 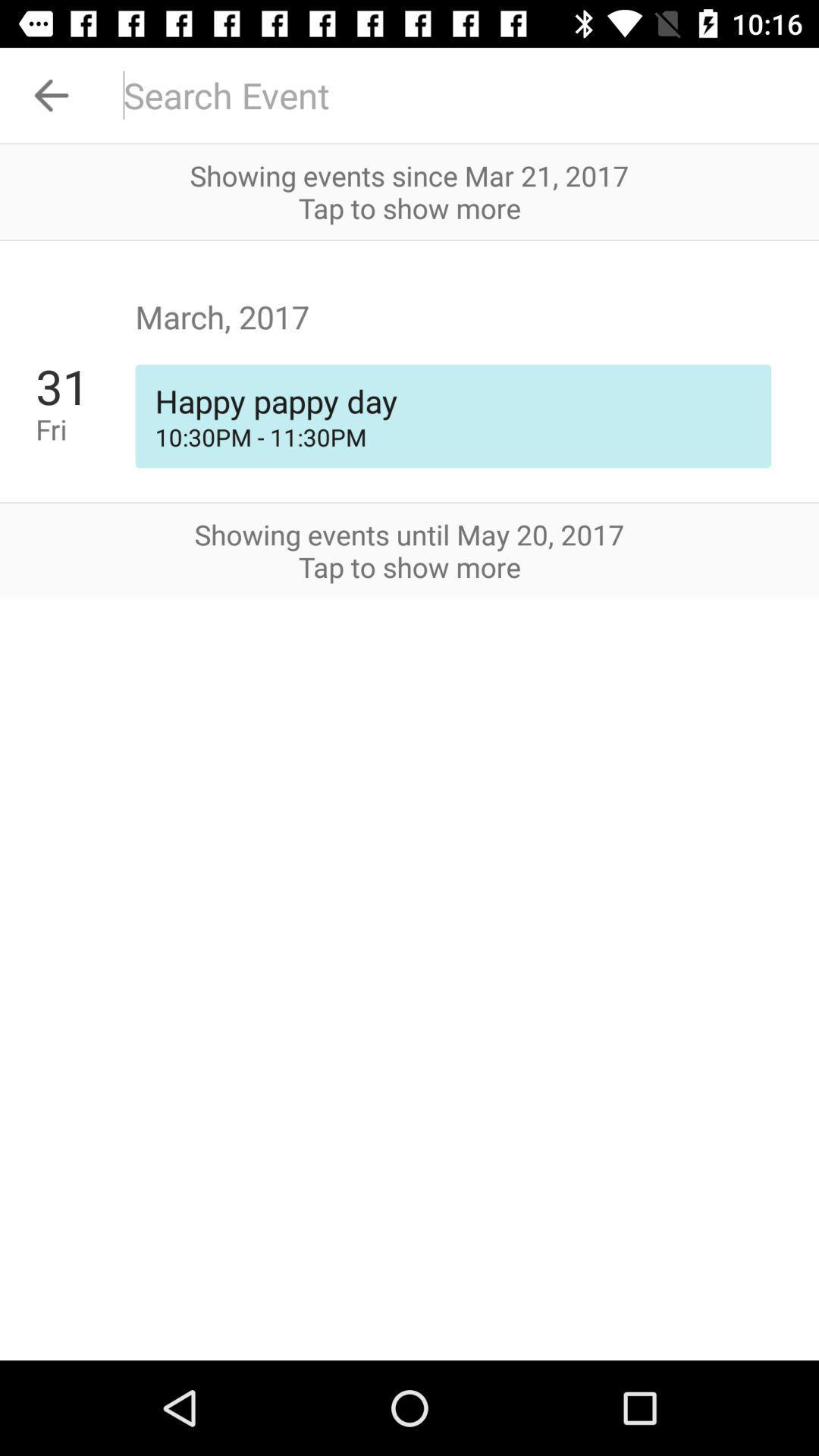 What do you see at coordinates (452, 436) in the screenshot?
I see `icon next to 31 icon` at bounding box center [452, 436].